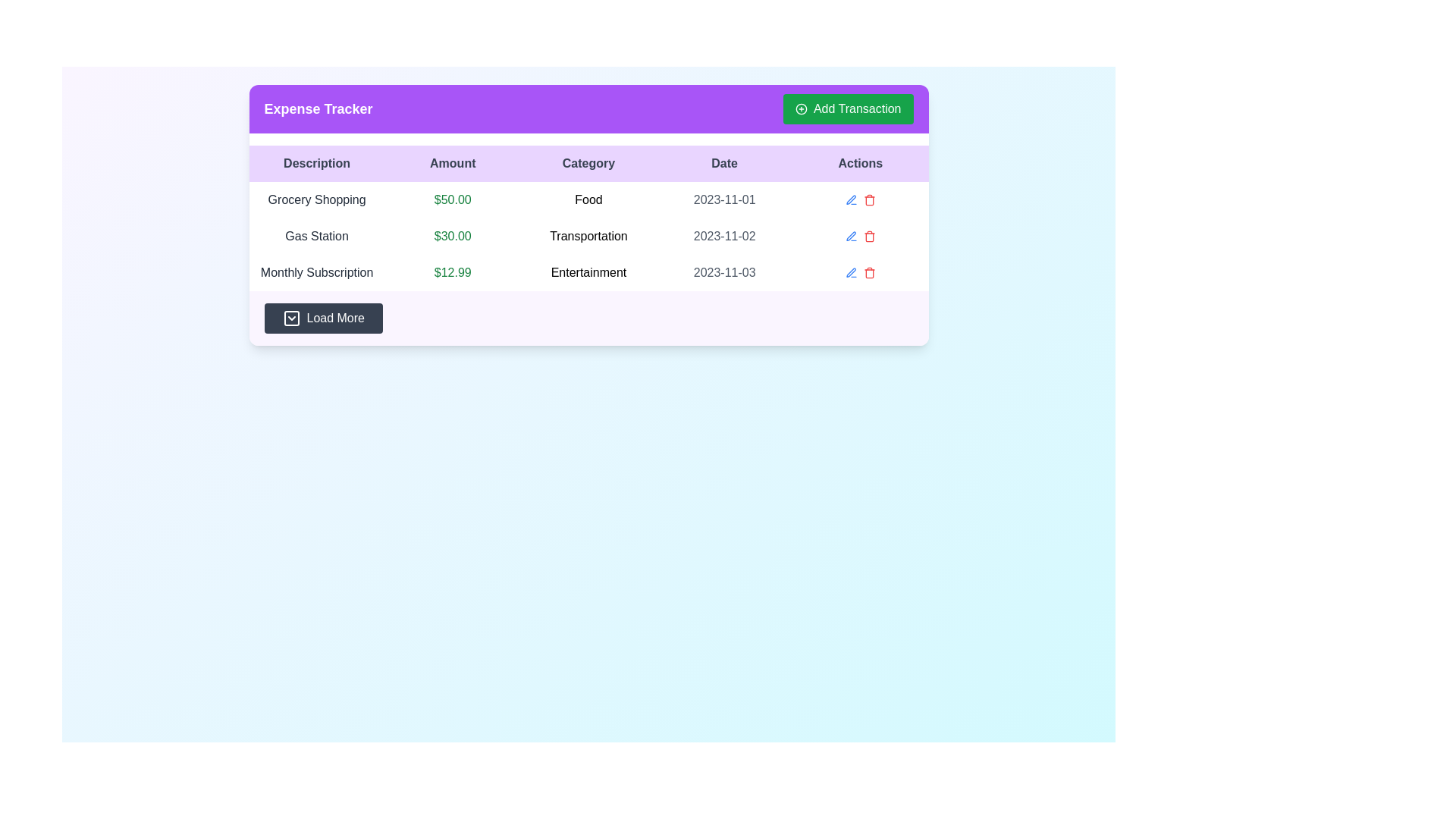 This screenshot has width=1456, height=819. Describe the element at coordinates (800, 108) in the screenshot. I see `the small circular icon with a plus sign, which is located within the 'Add Transaction' button in the header section of the interface` at that location.